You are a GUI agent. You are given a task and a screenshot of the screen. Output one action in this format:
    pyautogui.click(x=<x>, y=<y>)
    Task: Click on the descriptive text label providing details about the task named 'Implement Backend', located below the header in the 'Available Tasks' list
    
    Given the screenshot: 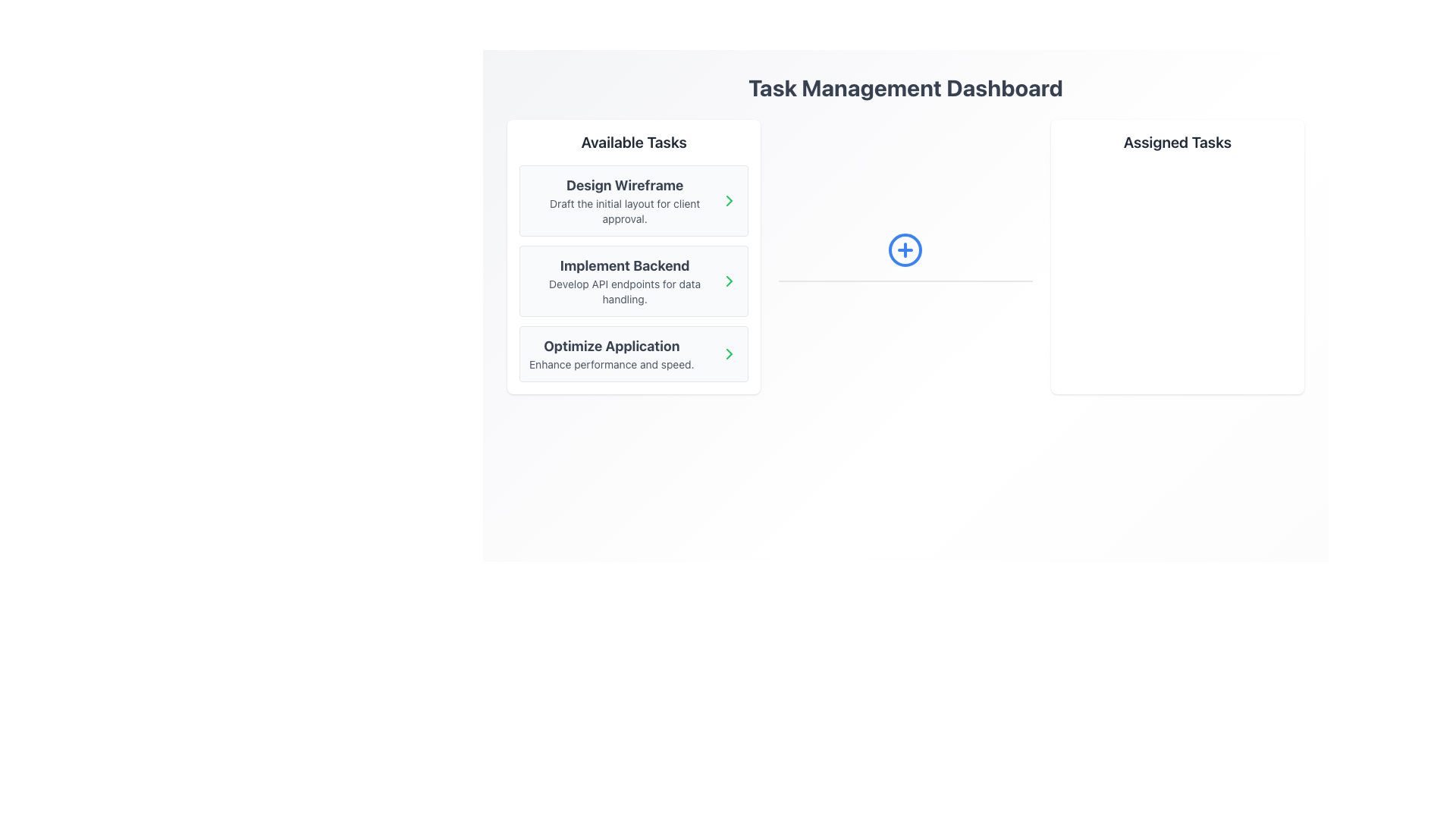 What is the action you would take?
    pyautogui.click(x=625, y=292)
    